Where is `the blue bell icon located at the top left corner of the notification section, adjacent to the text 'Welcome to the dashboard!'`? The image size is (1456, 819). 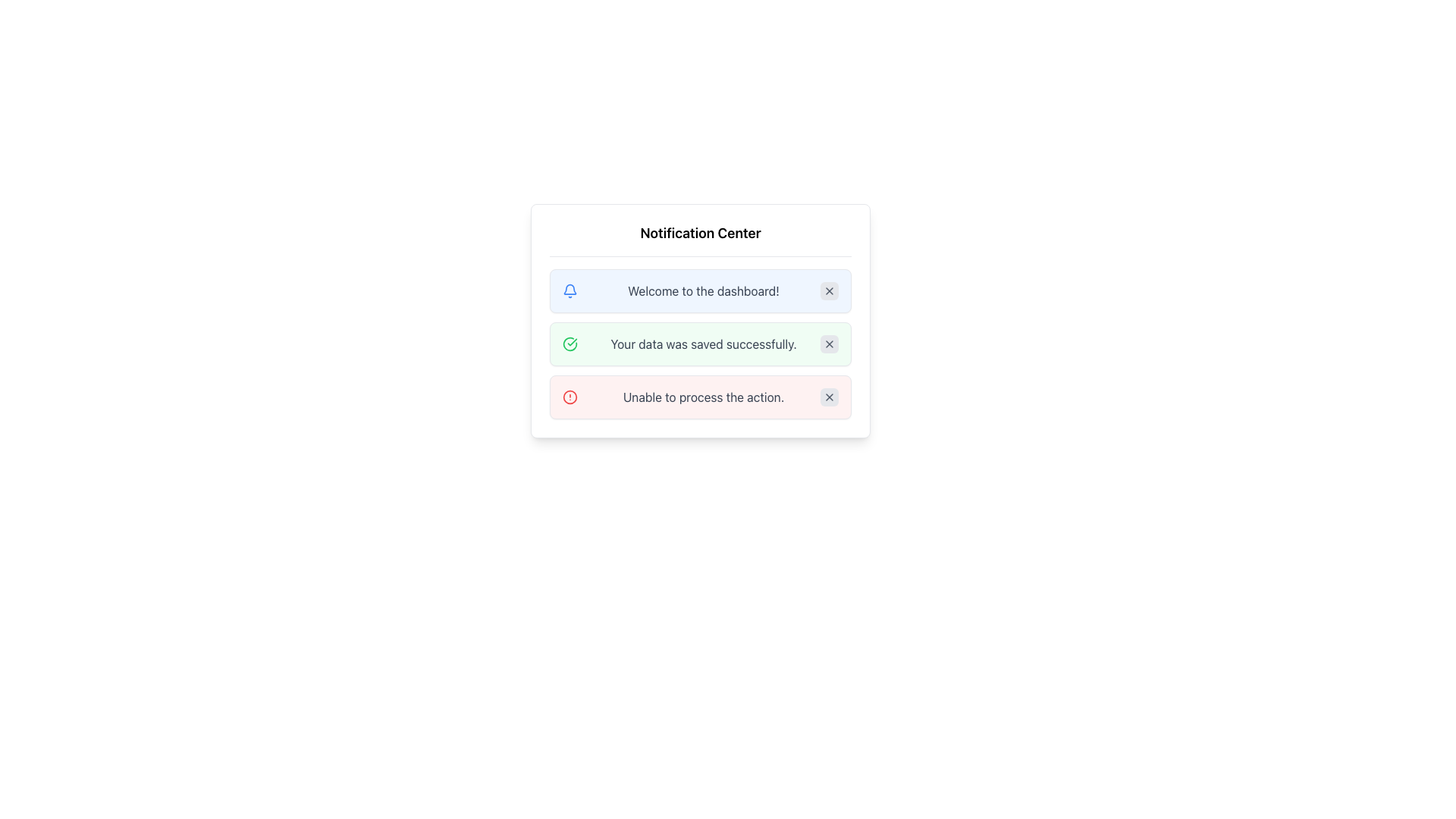
the blue bell icon located at the top left corner of the notification section, adjacent to the text 'Welcome to the dashboard!' is located at coordinates (570, 291).